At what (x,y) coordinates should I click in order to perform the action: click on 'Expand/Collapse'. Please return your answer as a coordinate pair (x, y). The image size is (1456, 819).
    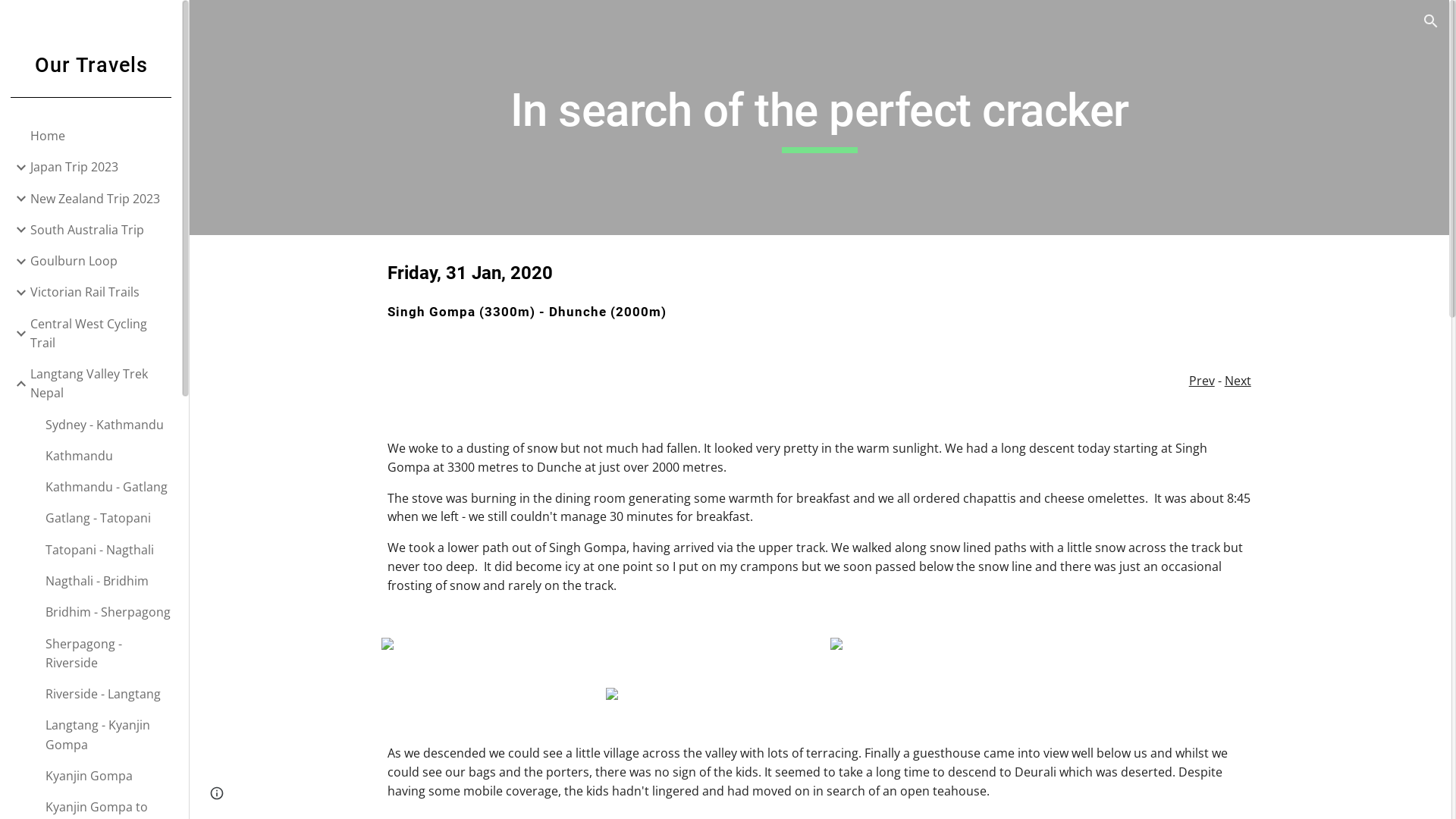
    Looking at the image, I should click on (17, 382).